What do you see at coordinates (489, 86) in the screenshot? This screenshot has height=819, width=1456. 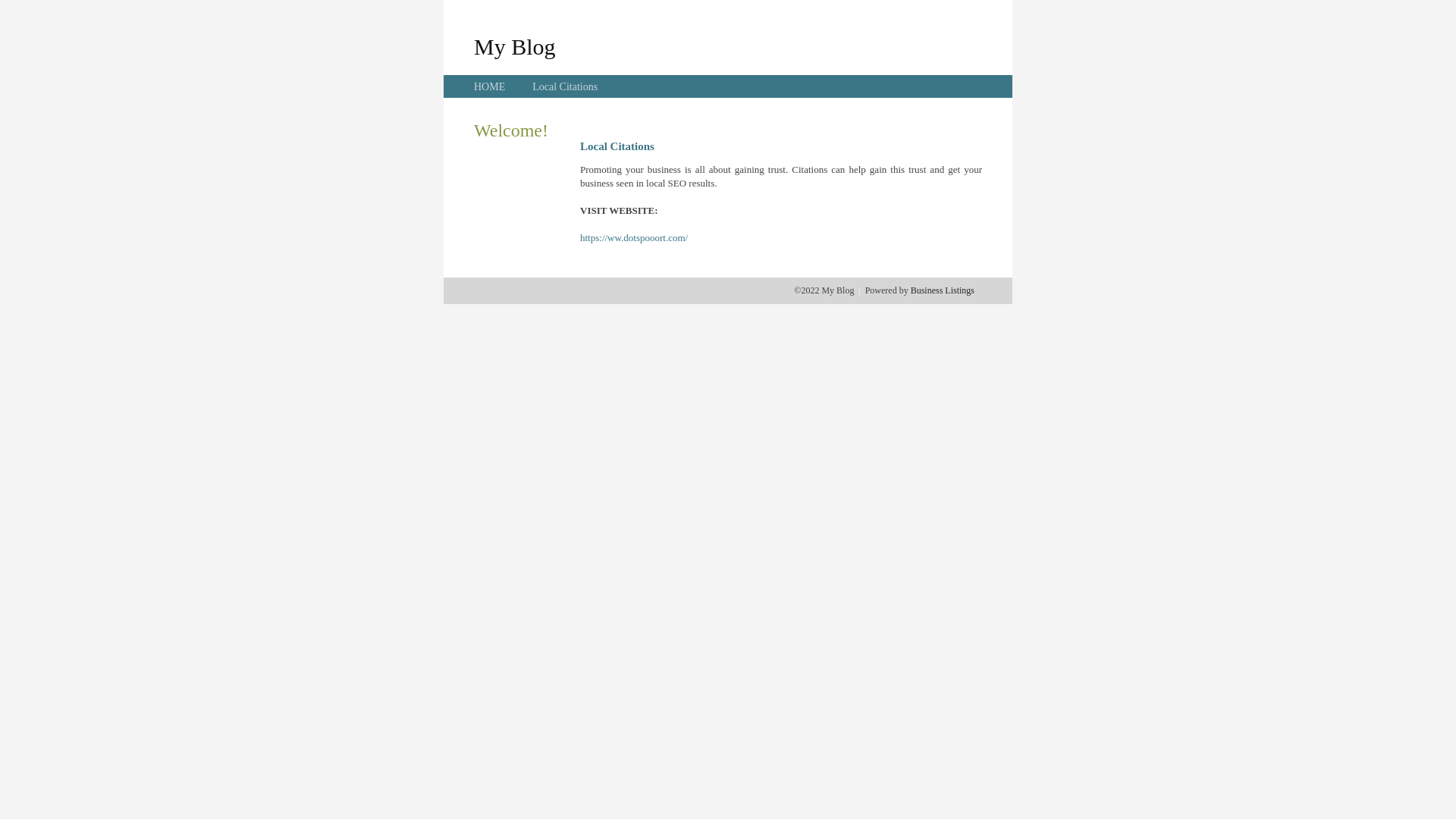 I see `'HOME'` at bounding box center [489, 86].